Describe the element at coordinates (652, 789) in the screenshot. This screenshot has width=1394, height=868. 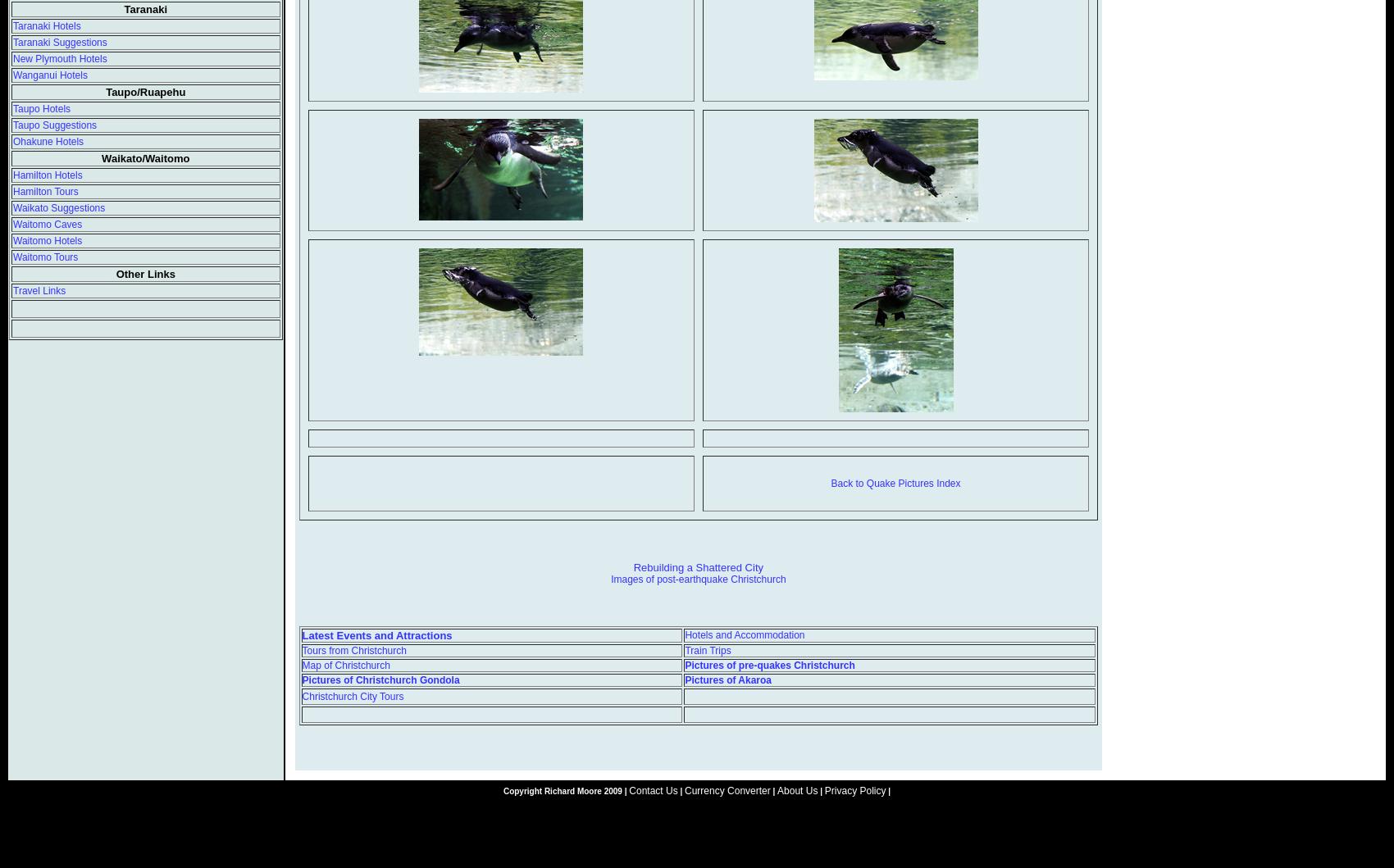
I see `'Contact 
        Us'` at that location.